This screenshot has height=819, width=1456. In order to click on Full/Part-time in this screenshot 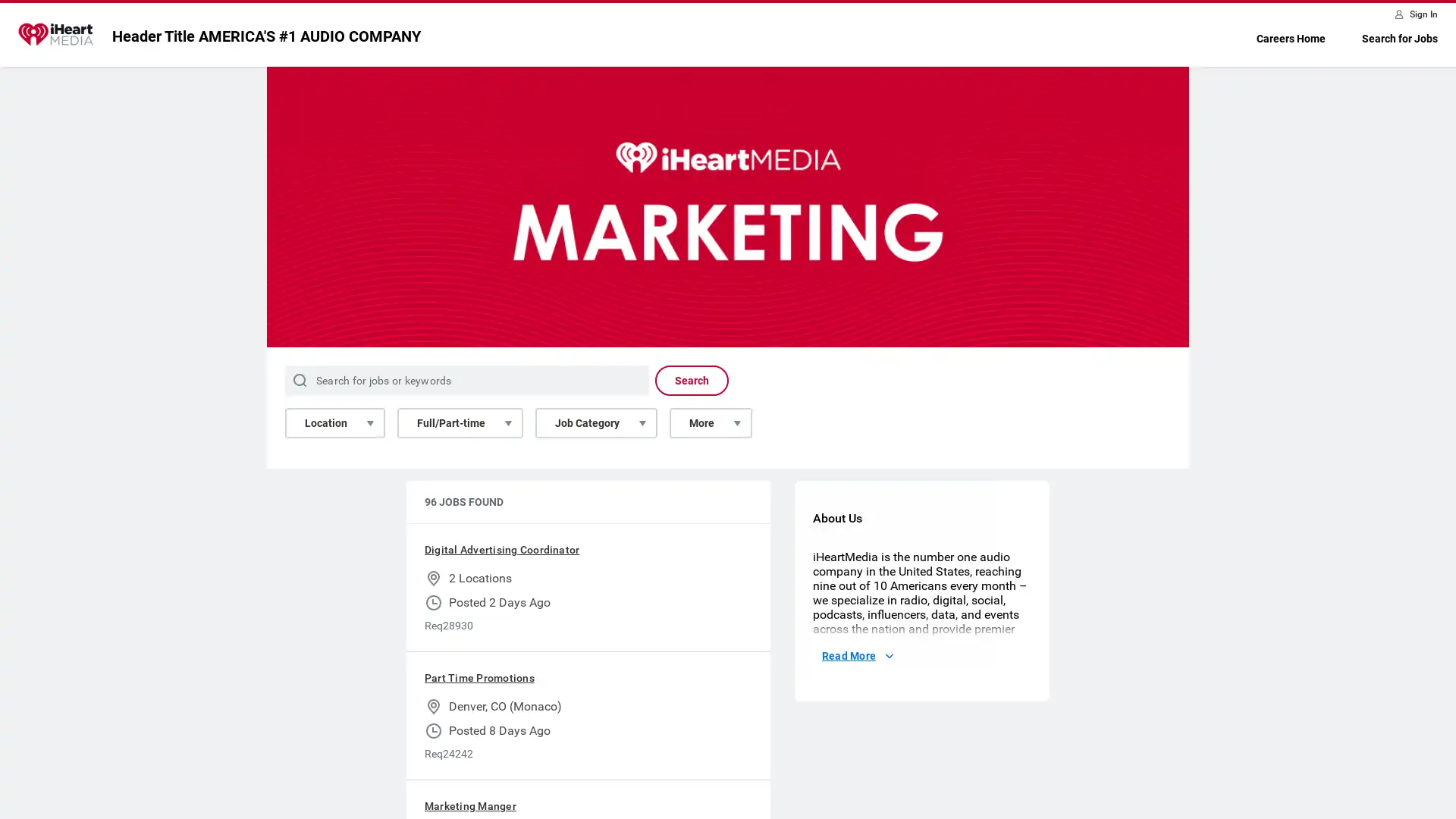, I will do `click(459, 423)`.